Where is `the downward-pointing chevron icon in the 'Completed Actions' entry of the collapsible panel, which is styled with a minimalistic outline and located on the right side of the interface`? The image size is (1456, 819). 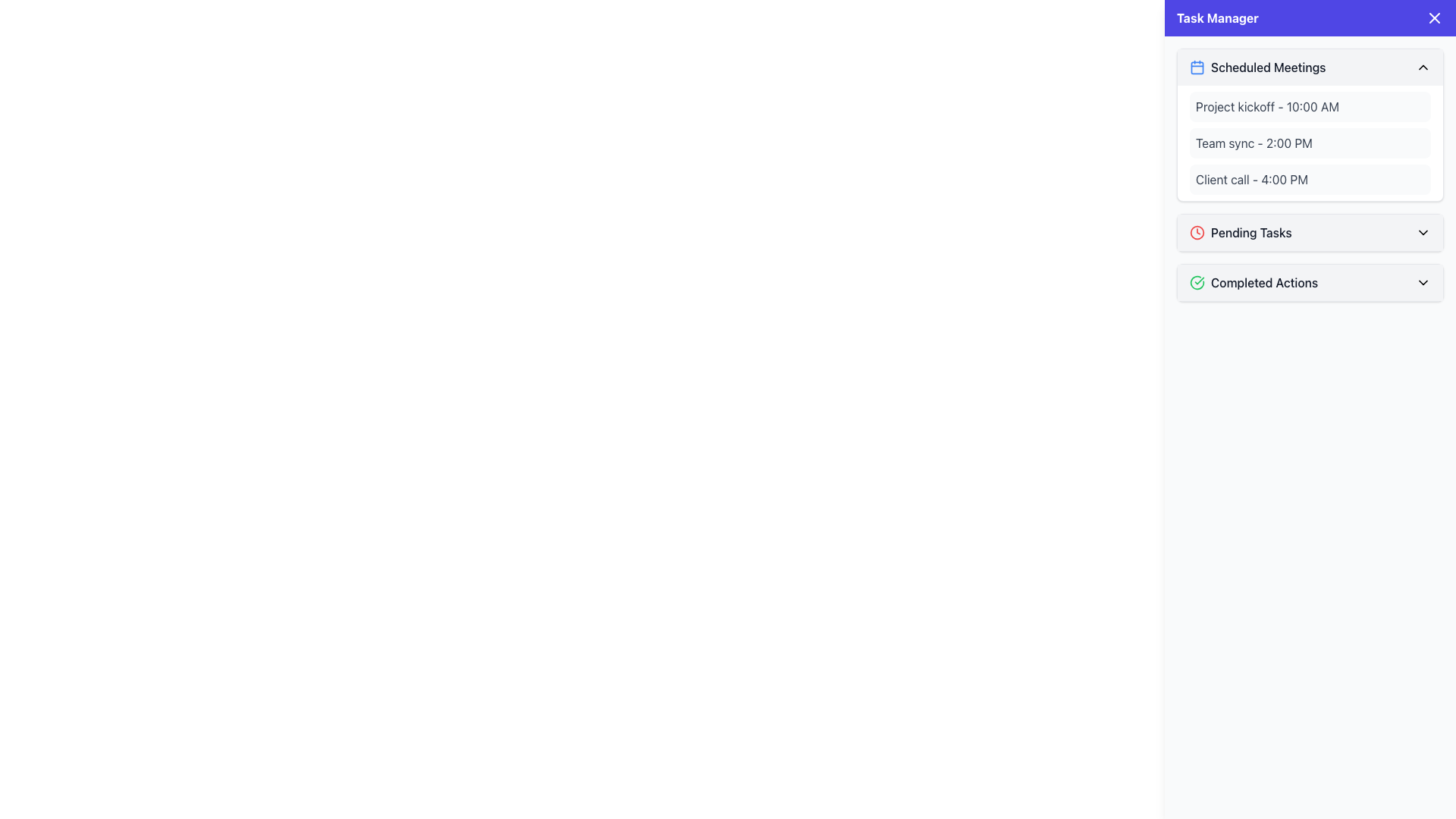
the downward-pointing chevron icon in the 'Completed Actions' entry of the collapsible panel, which is styled with a minimalistic outline and located on the right side of the interface is located at coordinates (1422, 283).